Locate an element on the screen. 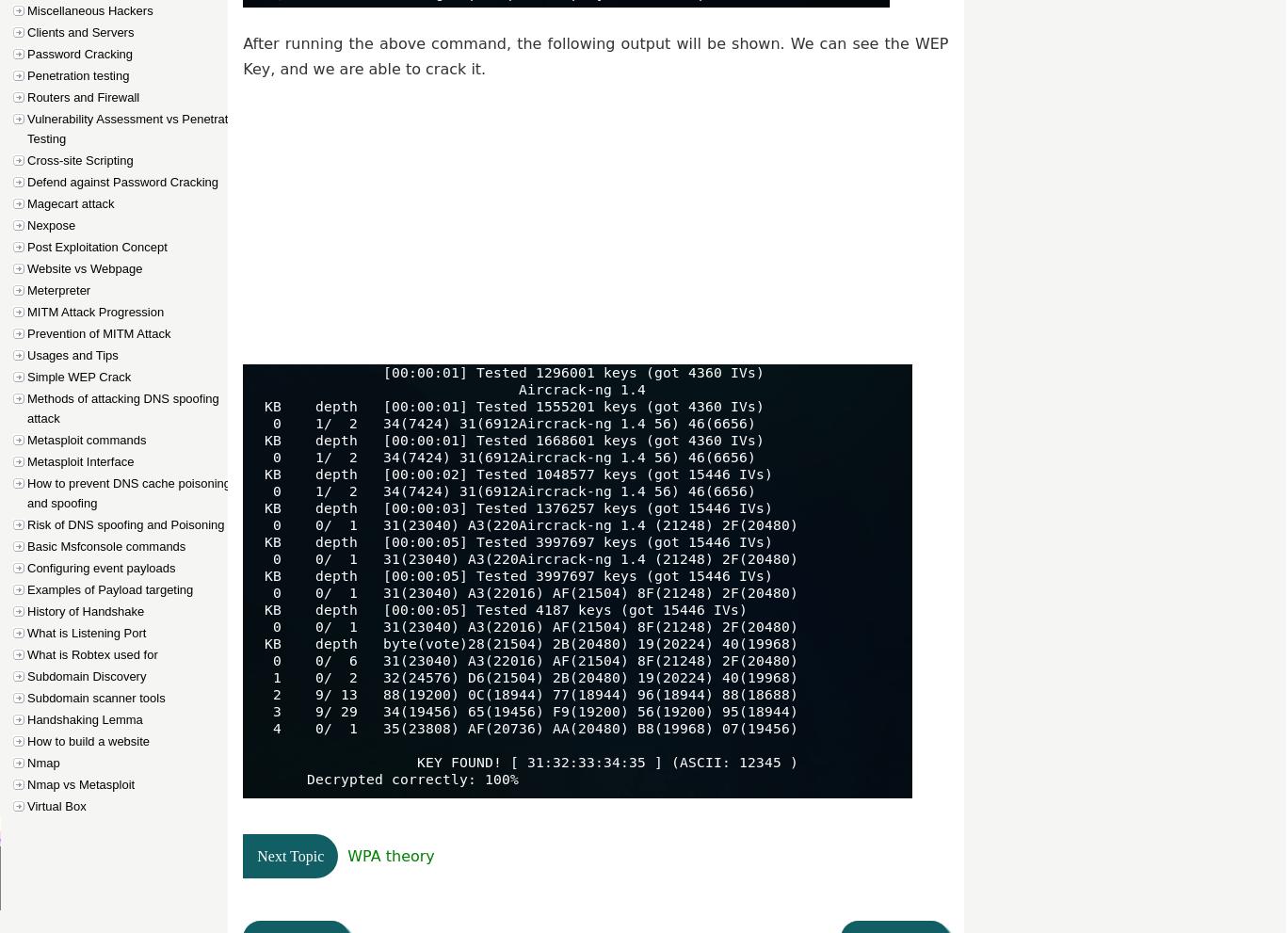 The height and width of the screenshot is (933, 1288). 'Cross-site Scripting' is located at coordinates (79, 160).